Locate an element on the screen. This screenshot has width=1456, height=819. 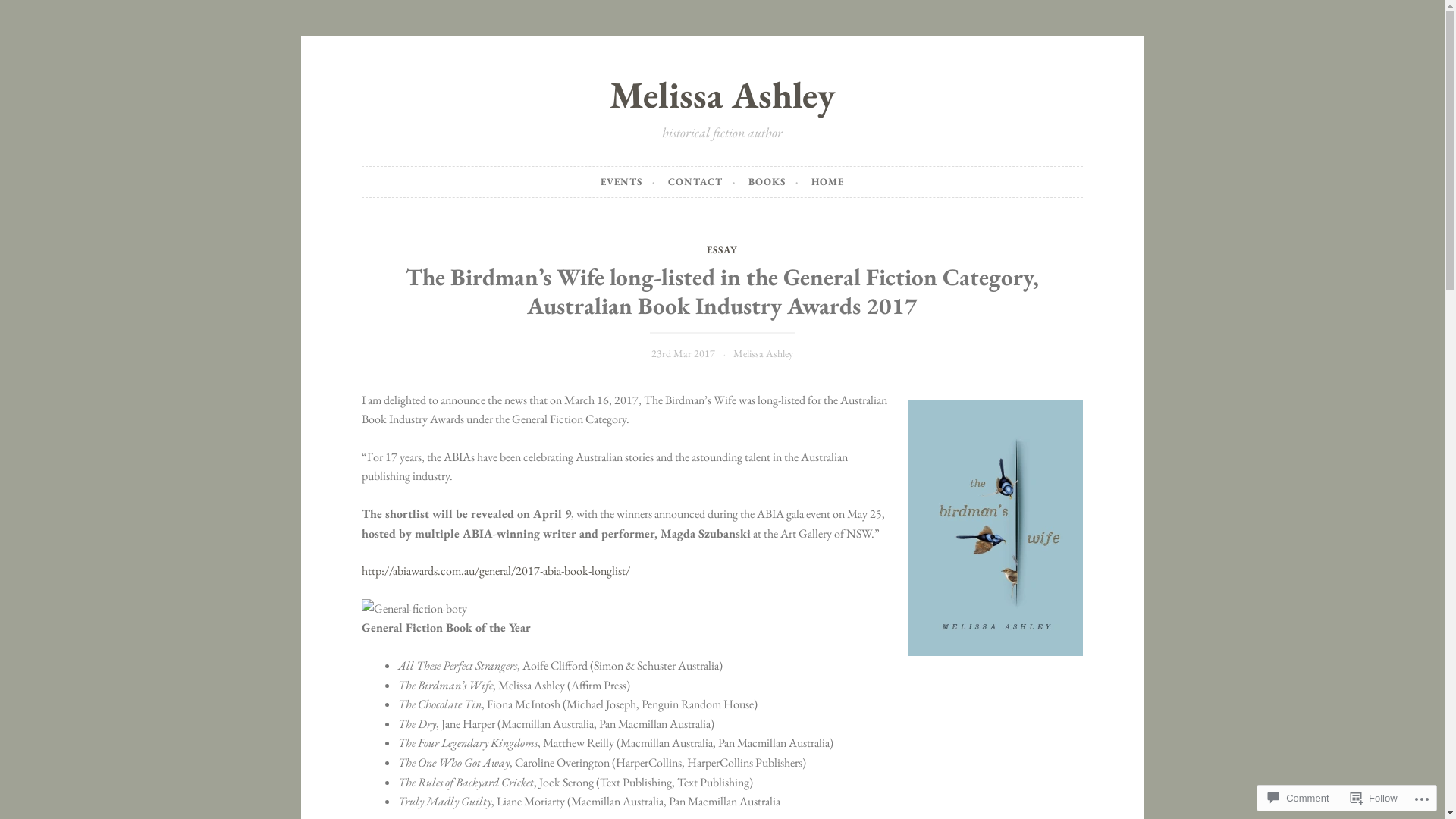
'Follow' is located at coordinates (1374, 797).